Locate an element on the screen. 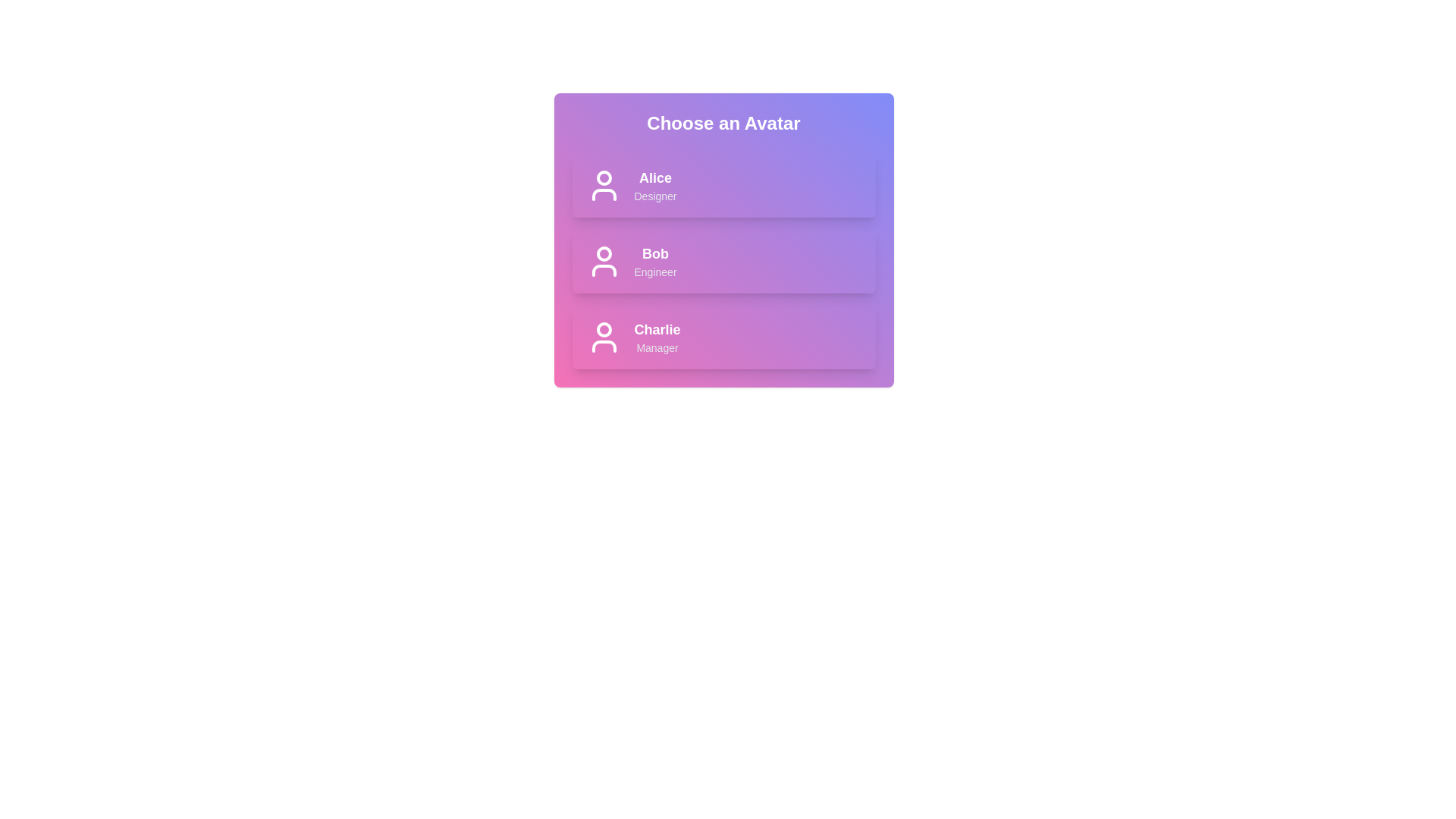  the Text Header displaying 'Choose an Avatar' in bold white font, located at the top of the rectangular card with a gradient purple-to-pink background is located at coordinates (723, 122).